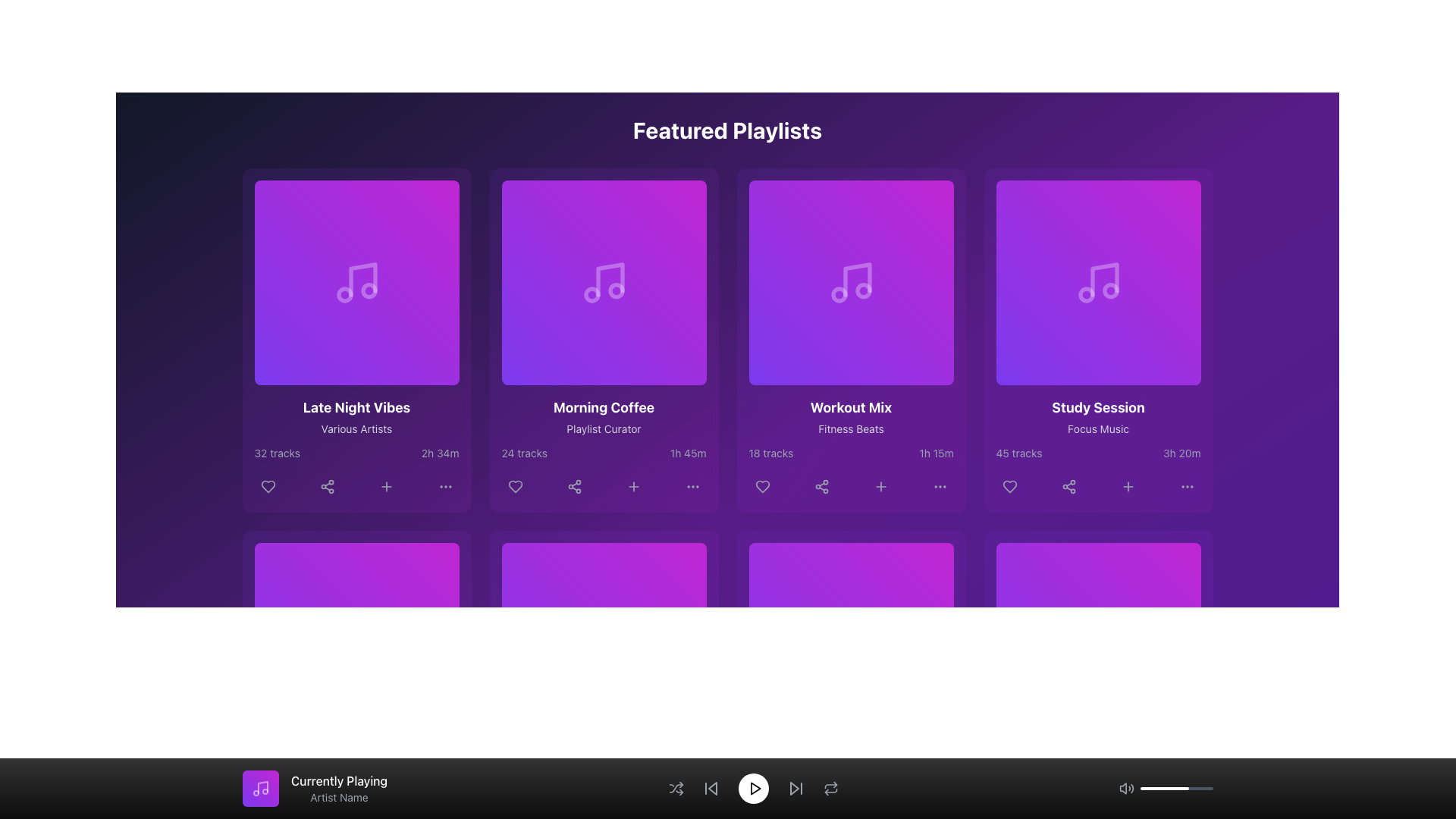 This screenshot has width=1456, height=819. What do you see at coordinates (1085, 295) in the screenshot?
I see `small circular graphical item located at the bottom-left section of the music note SVG icon associated with the 'Study Session' card in the Featured Playlists section` at bounding box center [1085, 295].